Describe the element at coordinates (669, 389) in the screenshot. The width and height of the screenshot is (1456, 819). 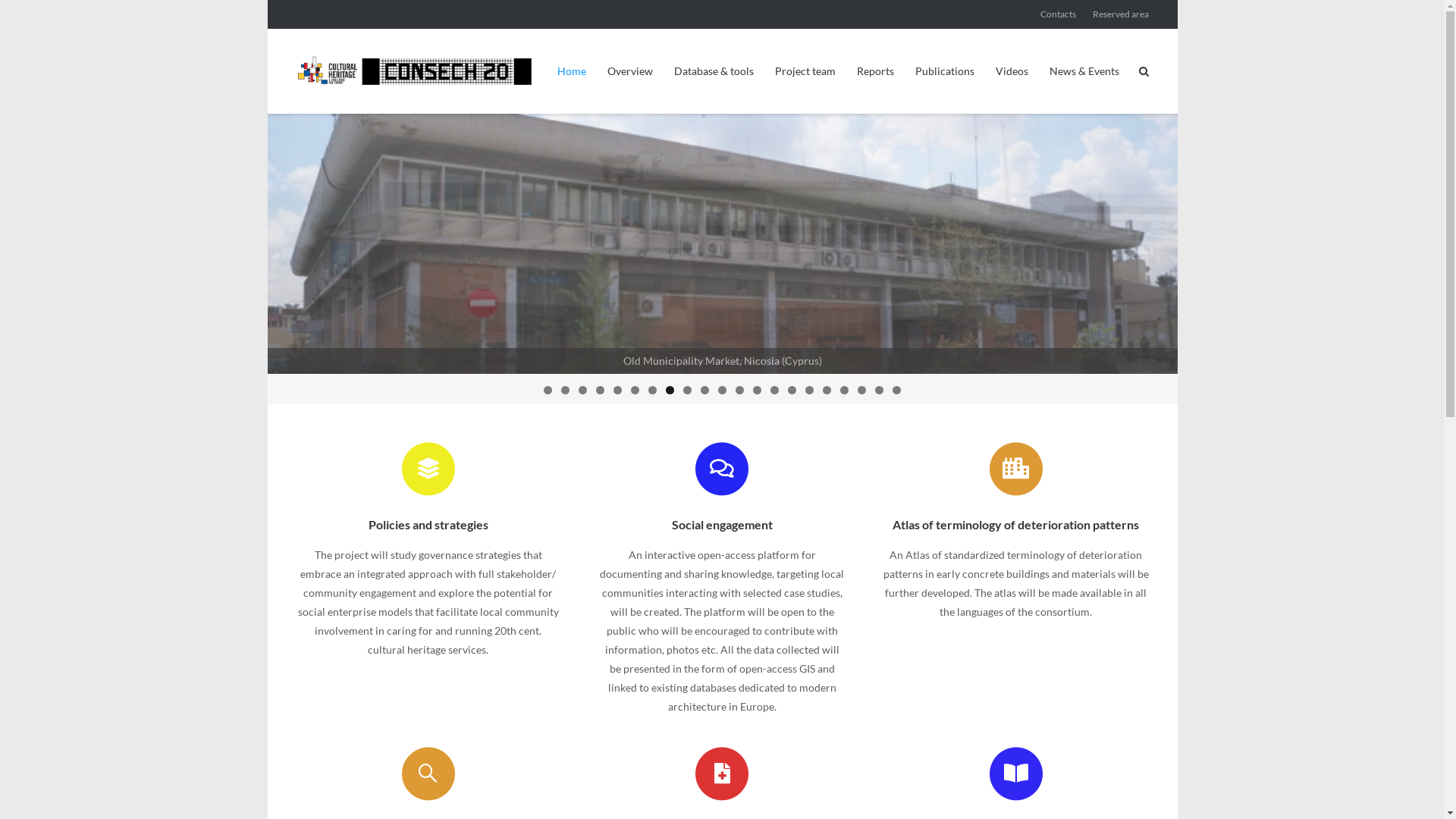
I see `'8'` at that location.